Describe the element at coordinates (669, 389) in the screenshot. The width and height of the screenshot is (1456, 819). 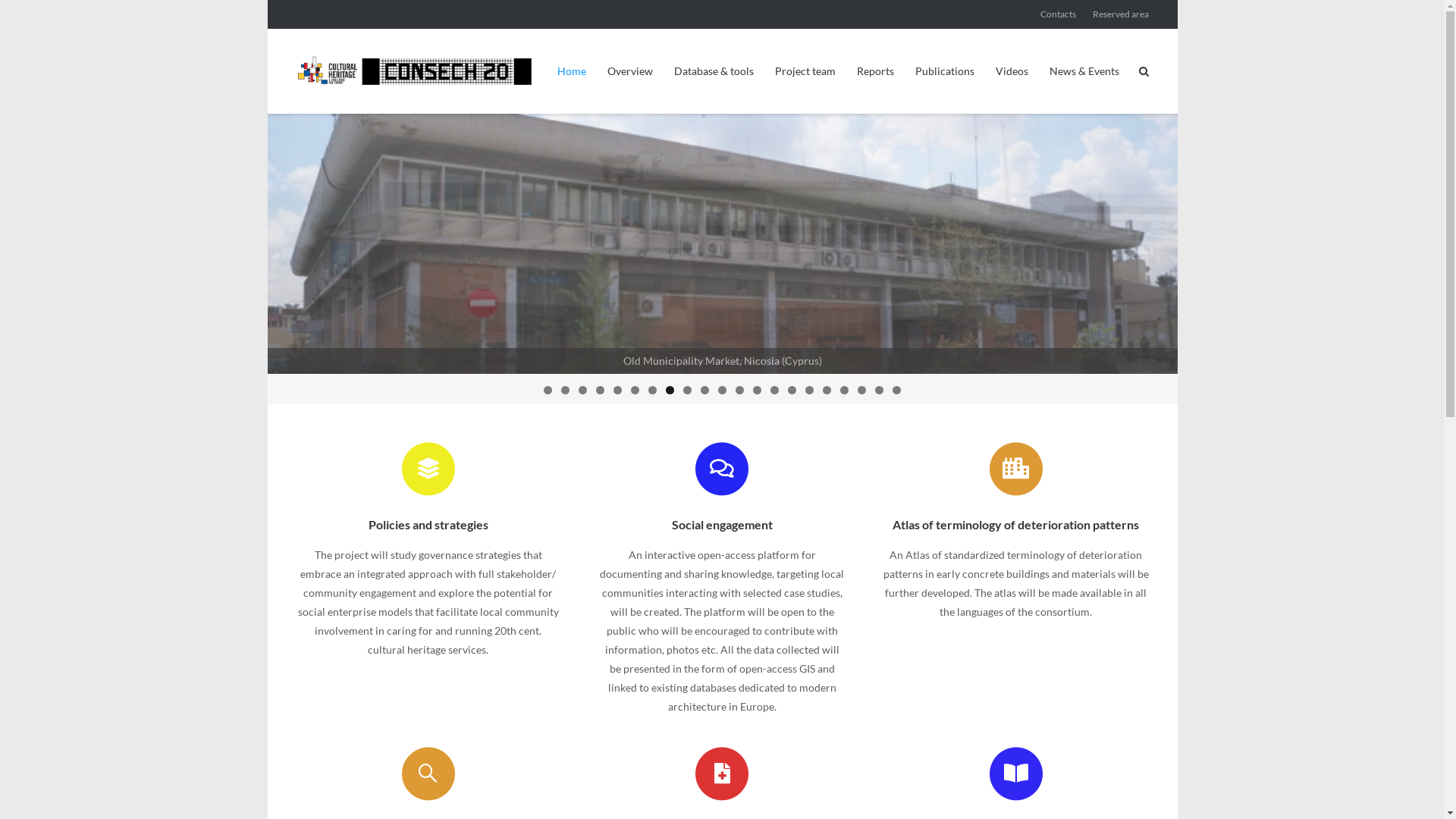
I see `'8'` at that location.